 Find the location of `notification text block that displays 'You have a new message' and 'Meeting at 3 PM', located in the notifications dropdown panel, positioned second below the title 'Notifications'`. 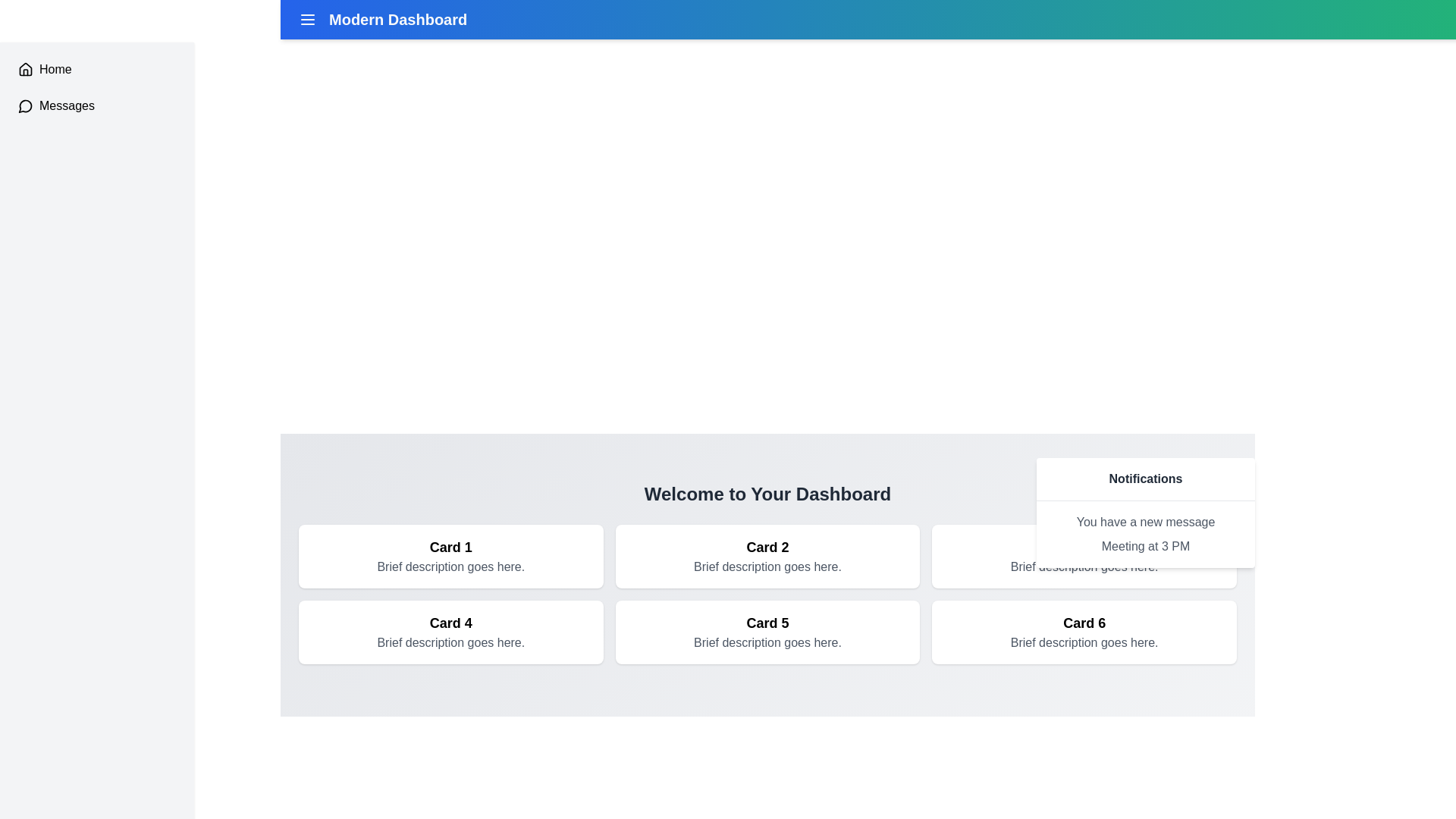

notification text block that displays 'You have a new message' and 'Meeting at 3 PM', located in the notifications dropdown panel, positioned second below the title 'Notifications' is located at coordinates (1146, 534).